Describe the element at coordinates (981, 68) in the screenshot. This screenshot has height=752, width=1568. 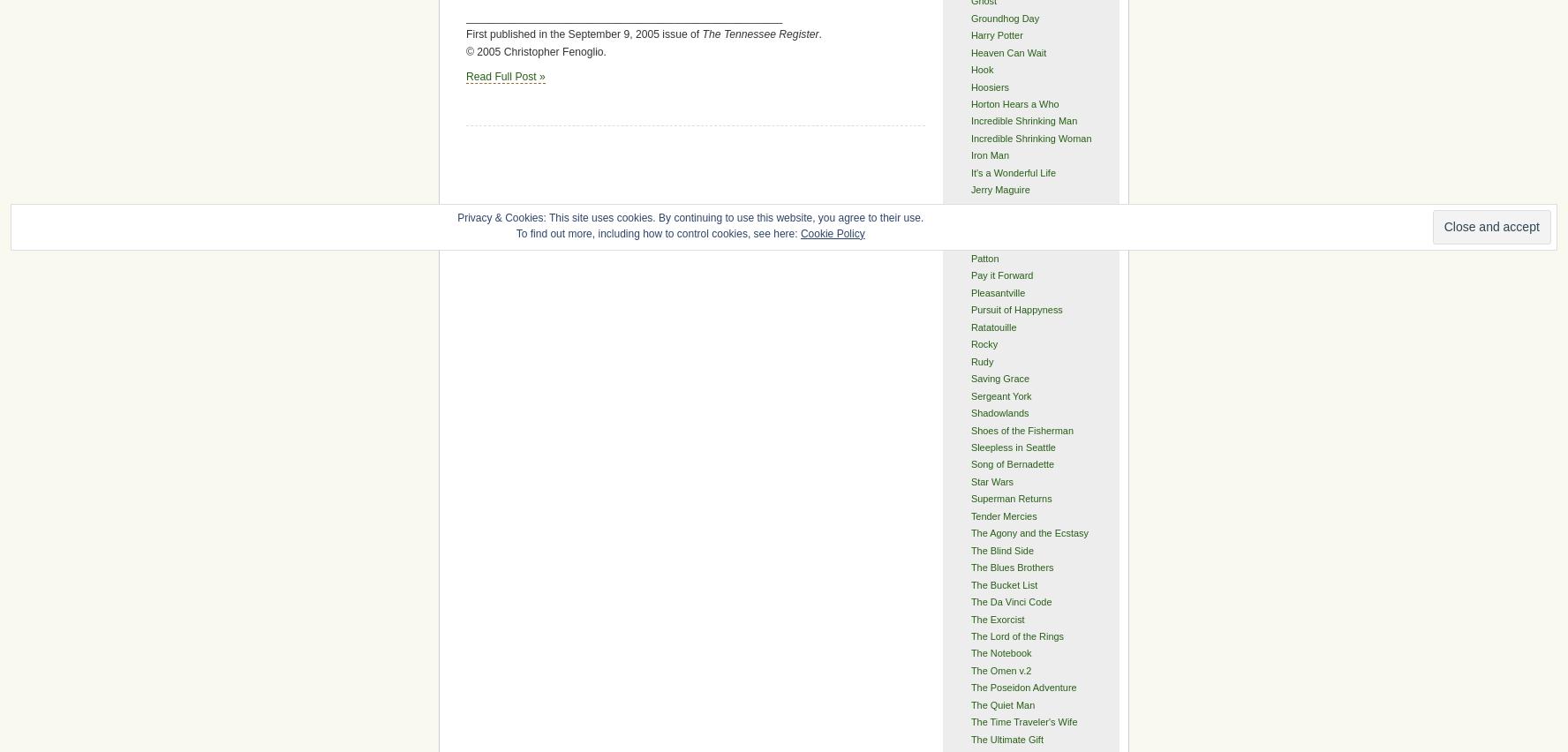
I see `'Hook'` at that location.